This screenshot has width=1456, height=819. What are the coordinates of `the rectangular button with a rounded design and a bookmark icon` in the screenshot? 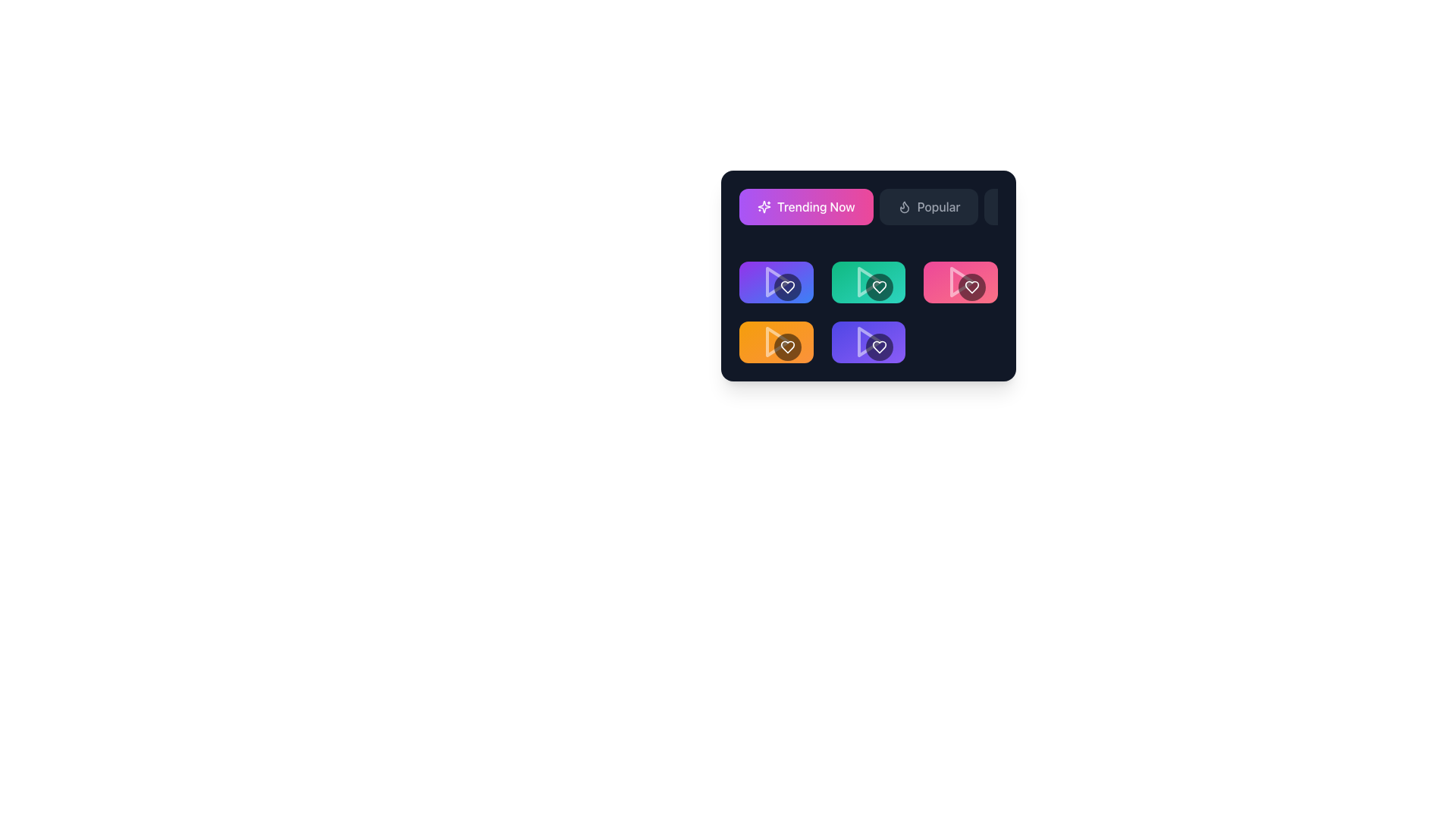 It's located at (1001, 275).